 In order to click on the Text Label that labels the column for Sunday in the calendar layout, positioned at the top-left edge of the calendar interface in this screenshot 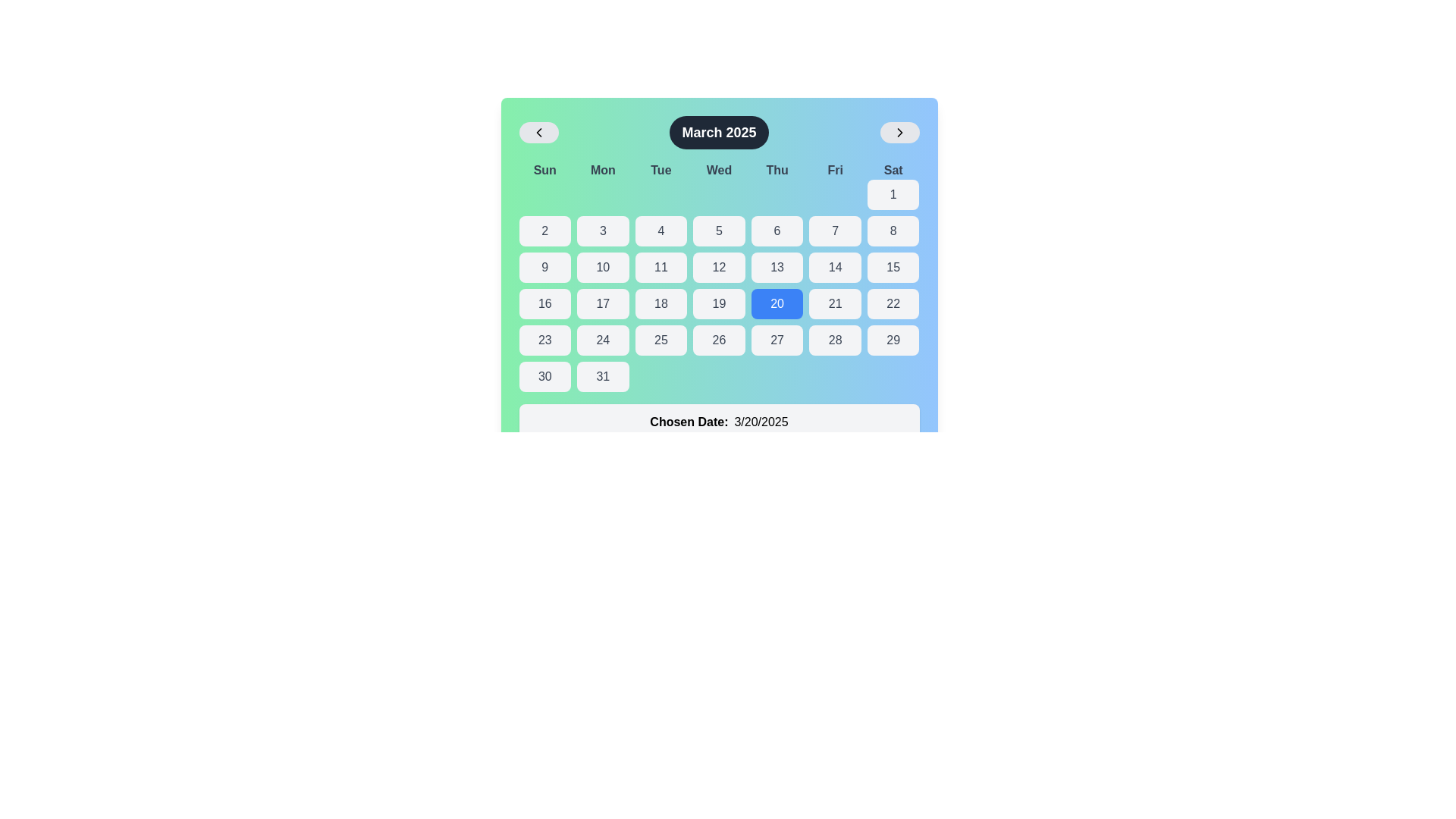, I will do `click(544, 170)`.